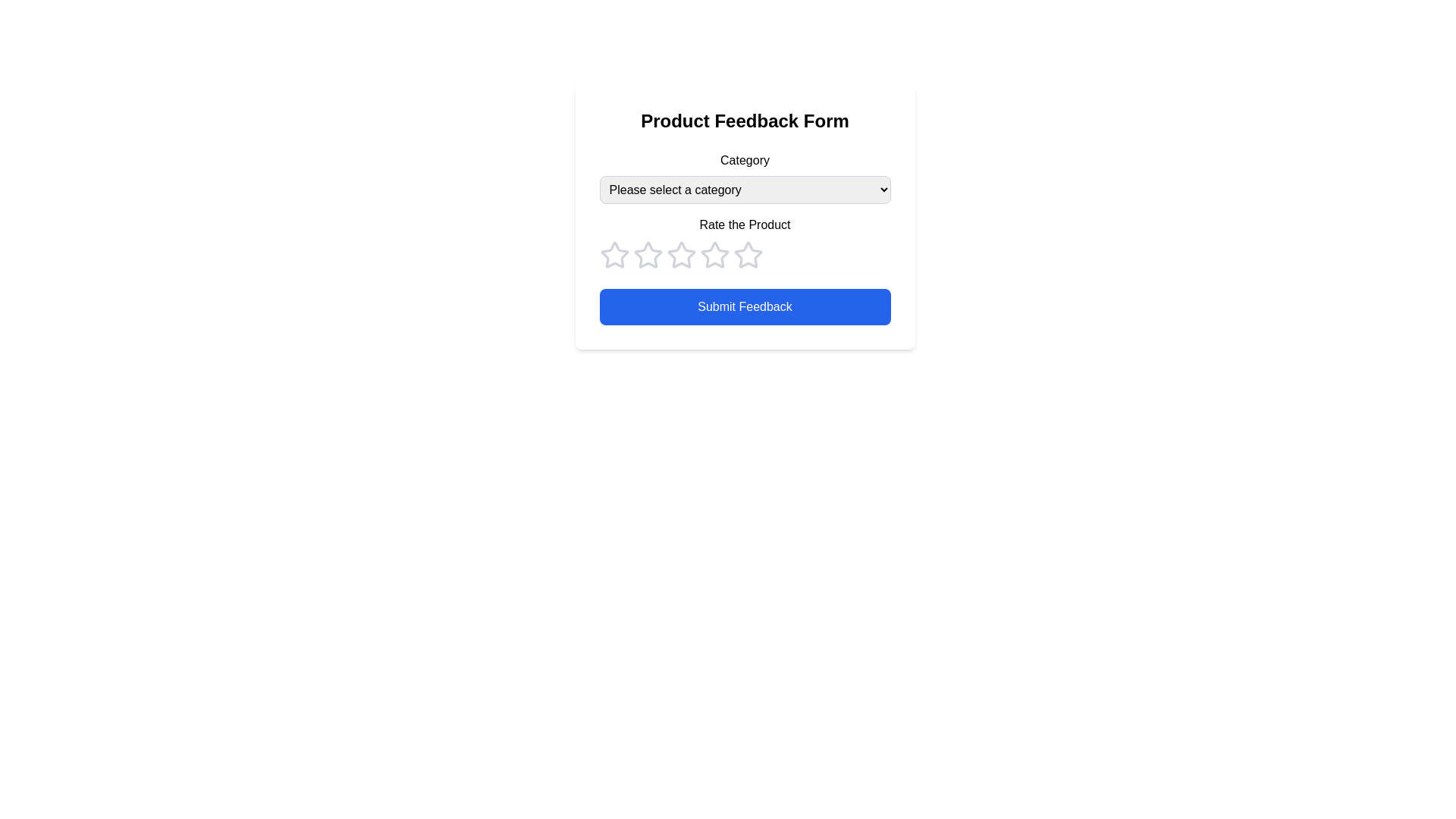  What do you see at coordinates (679, 253) in the screenshot?
I see `the second star icon in the row of five stars` at bounding box center [679, 253].